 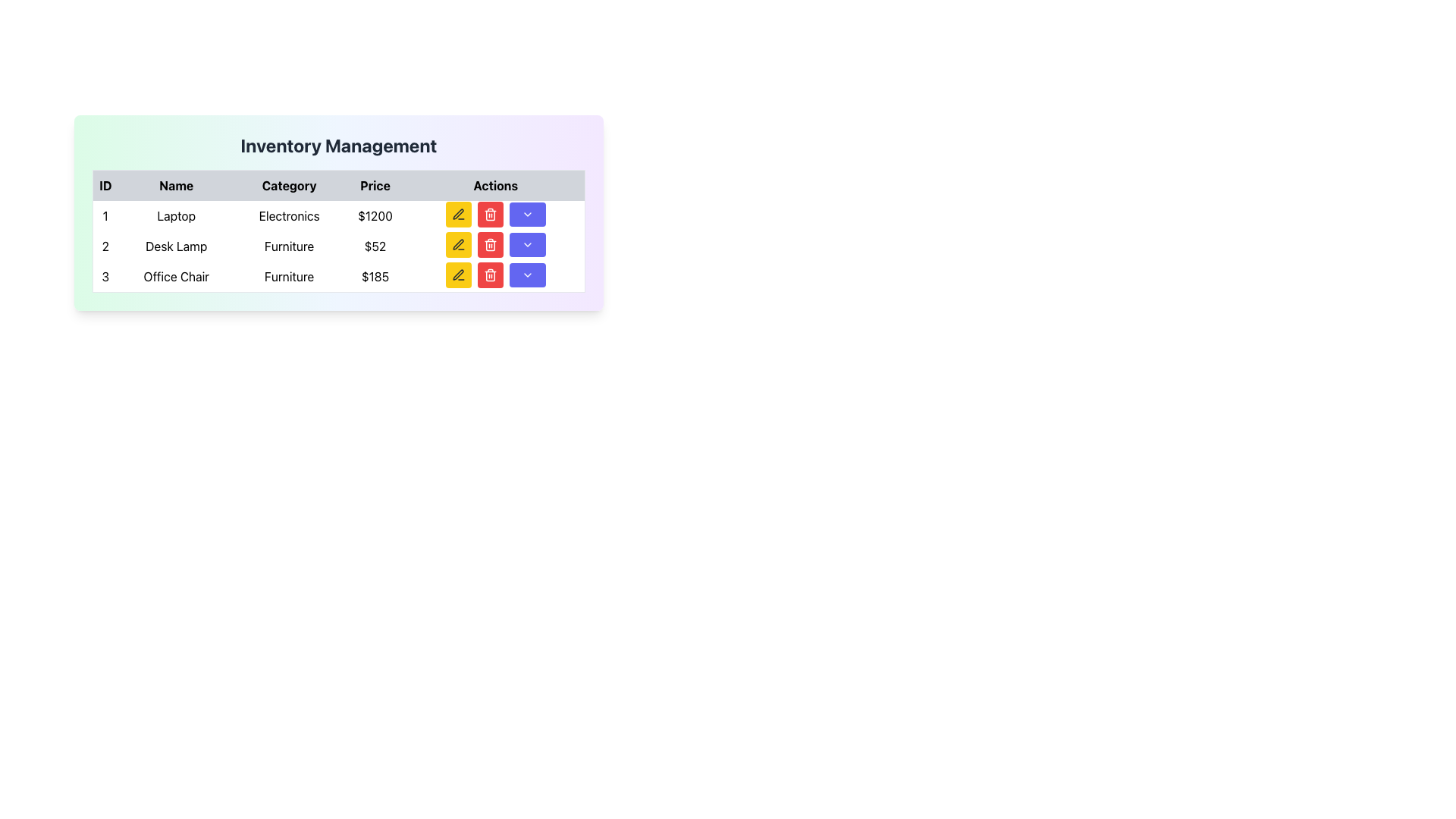 What do you see at coordinates (457, 244) in the screenshot?
I see `the edit button located in the second row of the table under the 'Actions' column` at bounding box center [457, 244].